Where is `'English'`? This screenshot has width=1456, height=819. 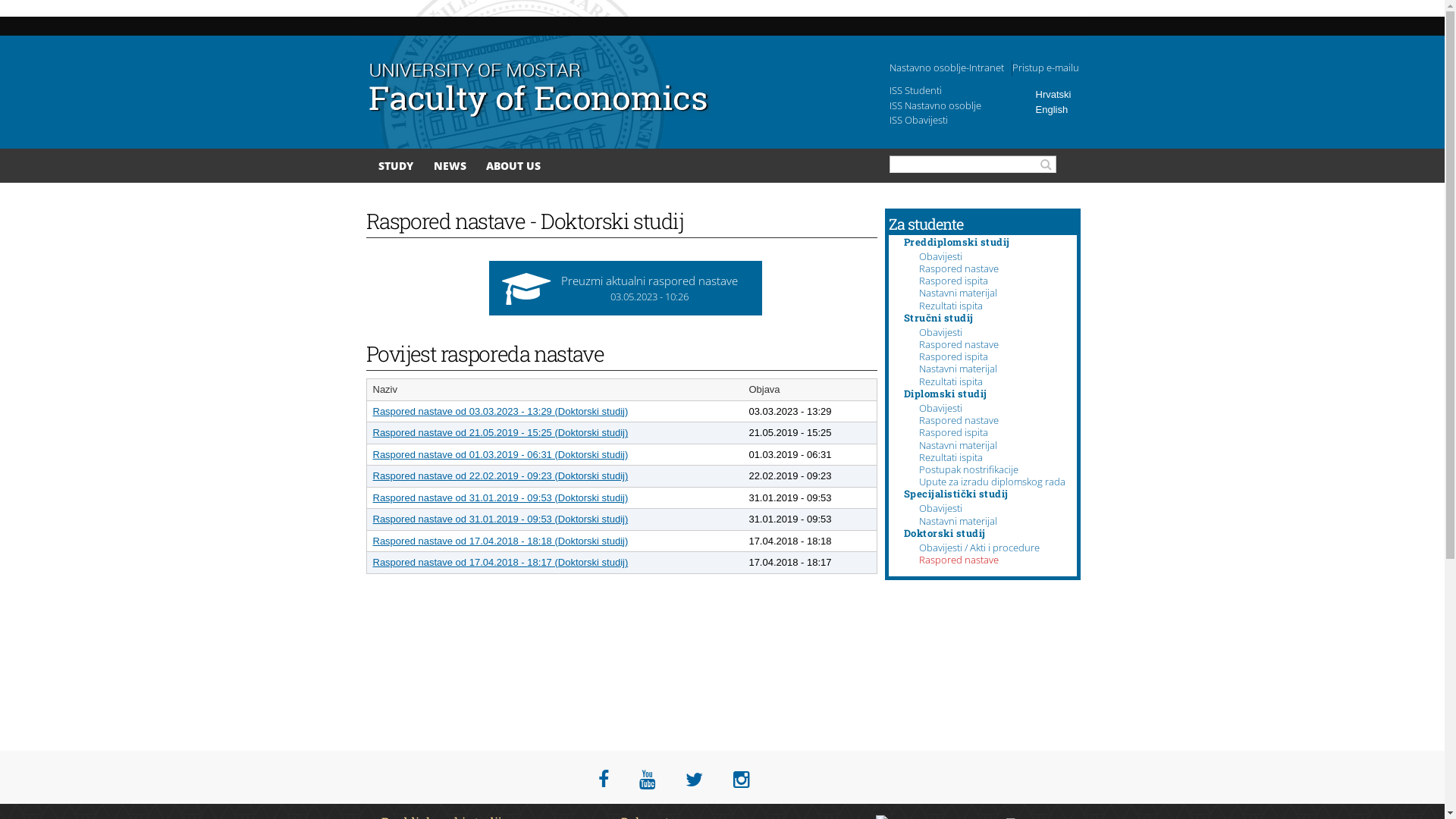 'English' is located at coordinates (1051, 108).